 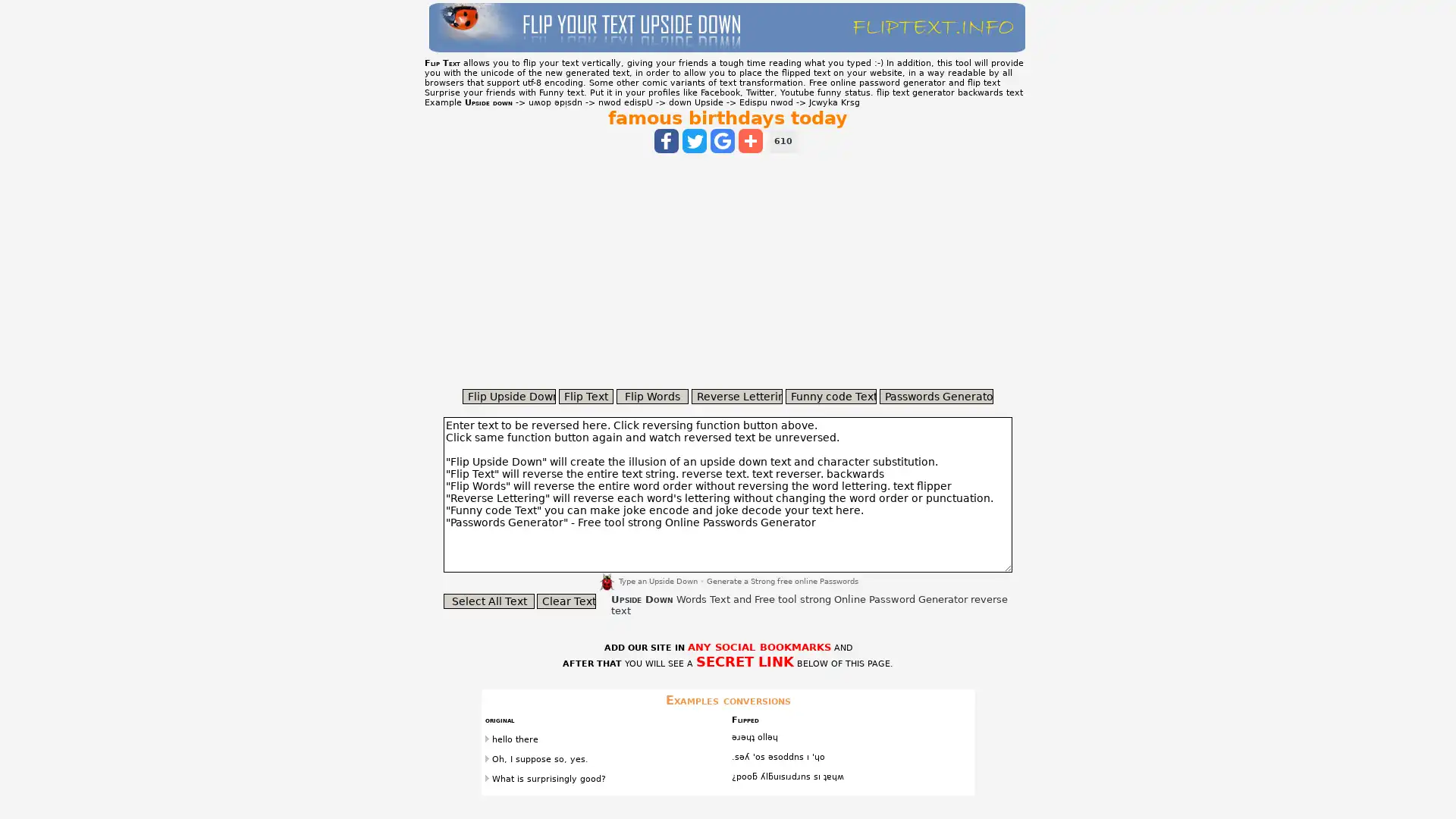 What do you see at coordinates (488, 601) in the screenshot?
I see `Select All Text` at bounding box center [488, 601].